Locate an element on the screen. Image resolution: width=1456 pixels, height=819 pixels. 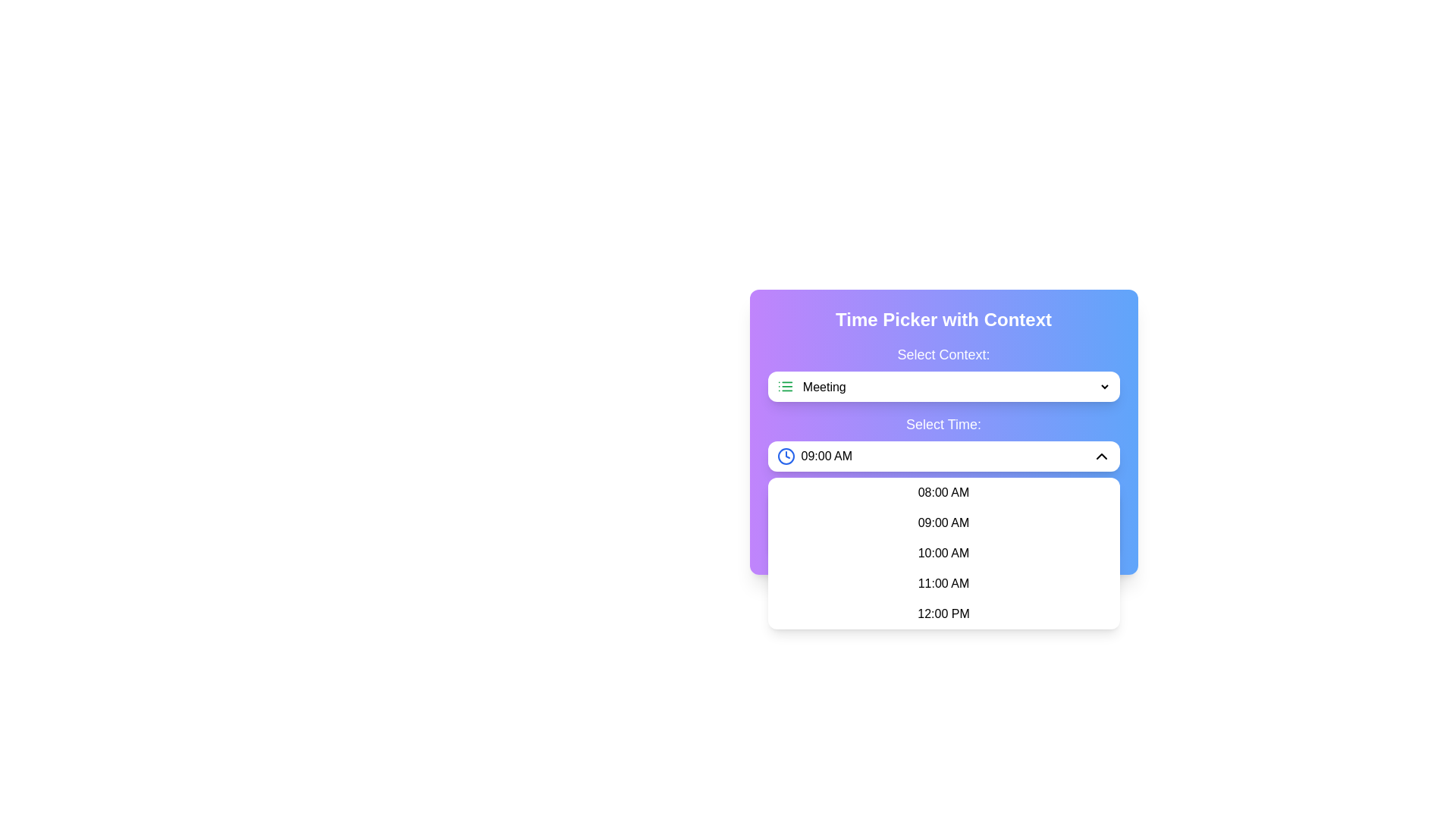
the SVG icon representing the 'Meeting' category, located on the left side of the text label in the 'Time Picker with Context' interface is located at coordinates (785, 385).